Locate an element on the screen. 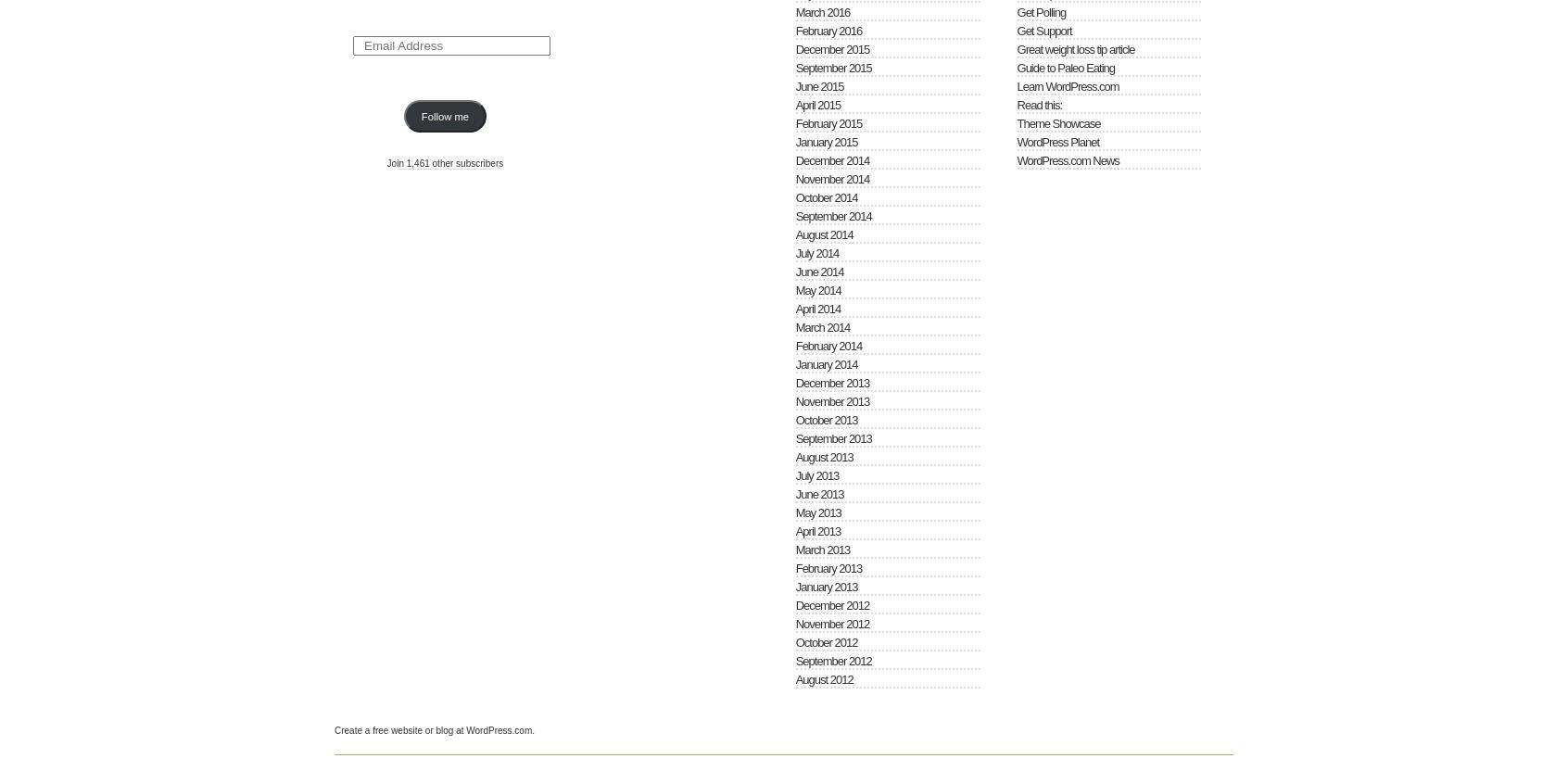 Image resolution: width=1568 pixels, height=771 pixels. 'December 2015' is located at coordinates (830, 48).